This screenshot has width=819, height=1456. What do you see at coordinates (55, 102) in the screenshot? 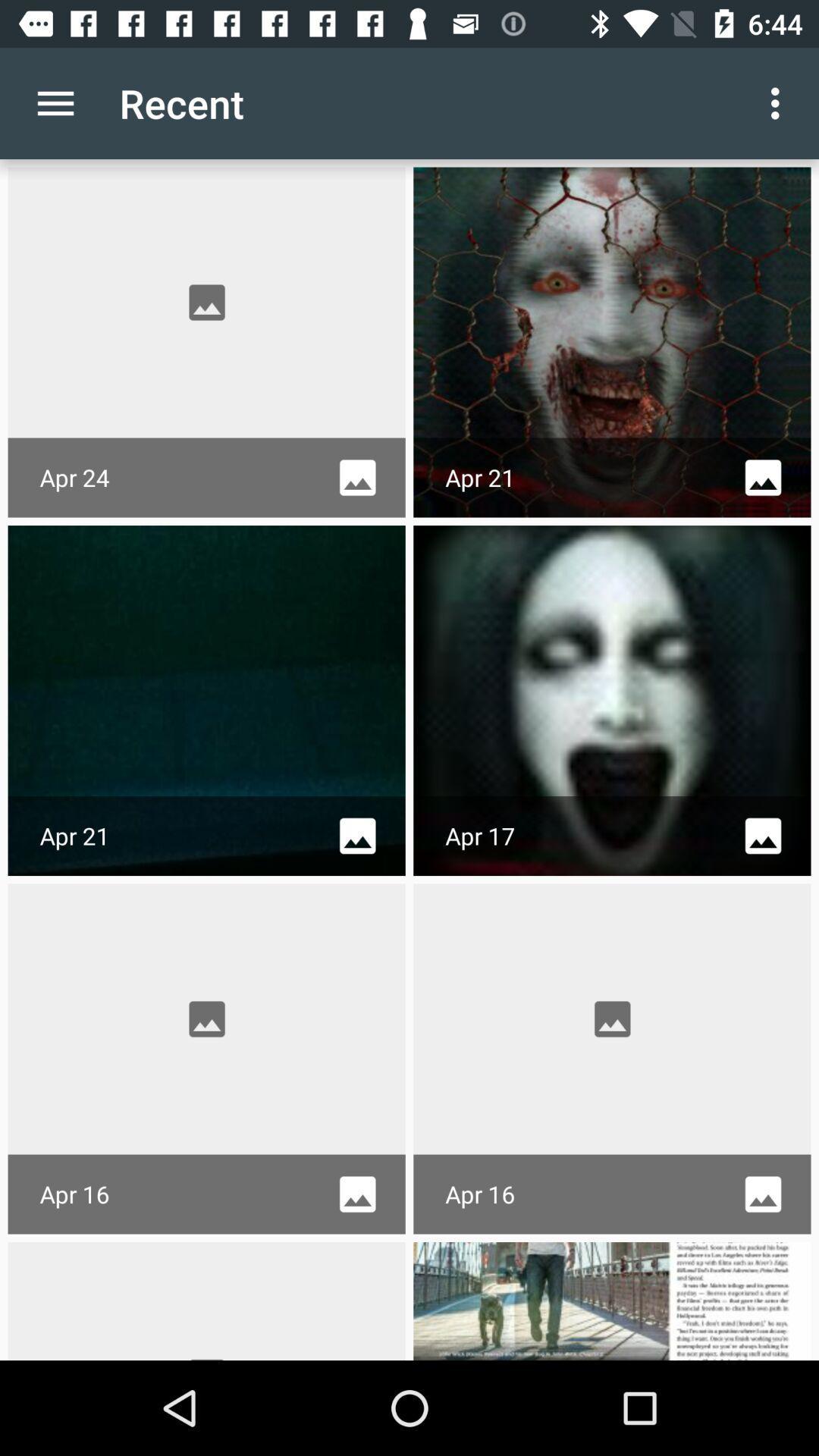
I see `item to the left of recent` at bounding box center [55, 102].